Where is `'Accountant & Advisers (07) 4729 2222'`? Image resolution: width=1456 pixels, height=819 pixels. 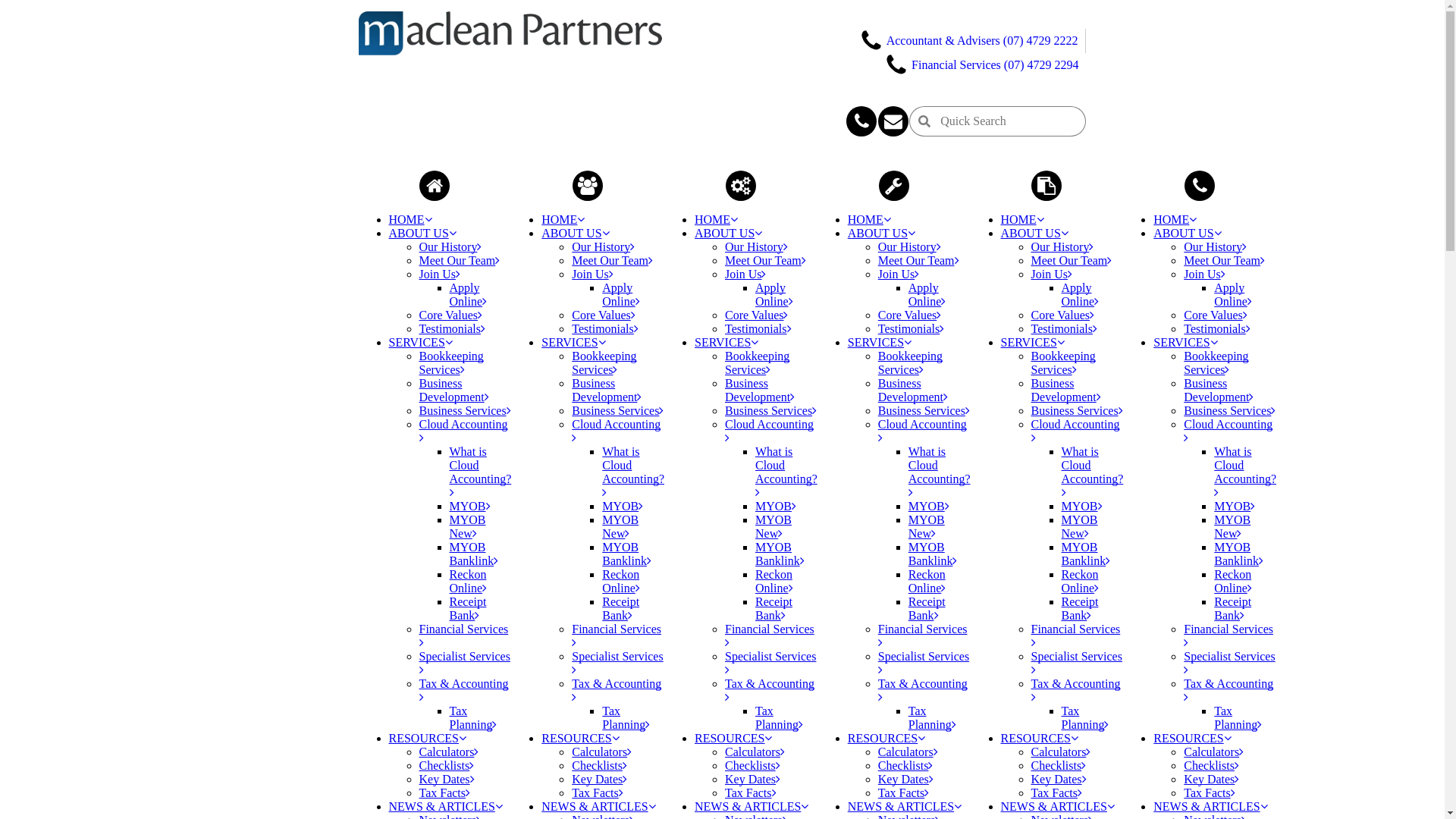 'Accountant & Advisers (07) 4729 2222' is located at coordinates (968, 39).